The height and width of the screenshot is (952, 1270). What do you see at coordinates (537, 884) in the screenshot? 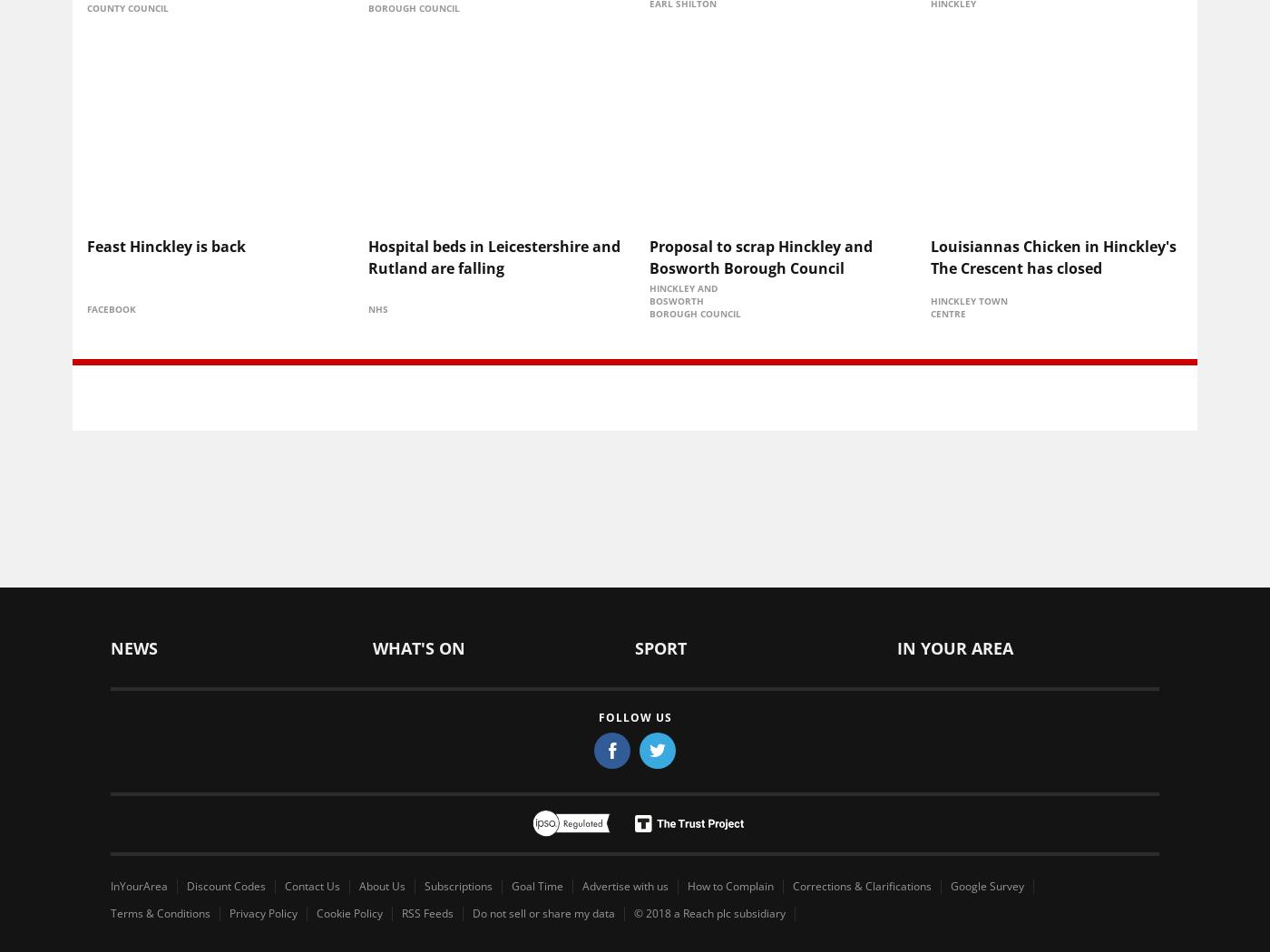
I see `'Goal Time'` at bounding box center [537, 884].